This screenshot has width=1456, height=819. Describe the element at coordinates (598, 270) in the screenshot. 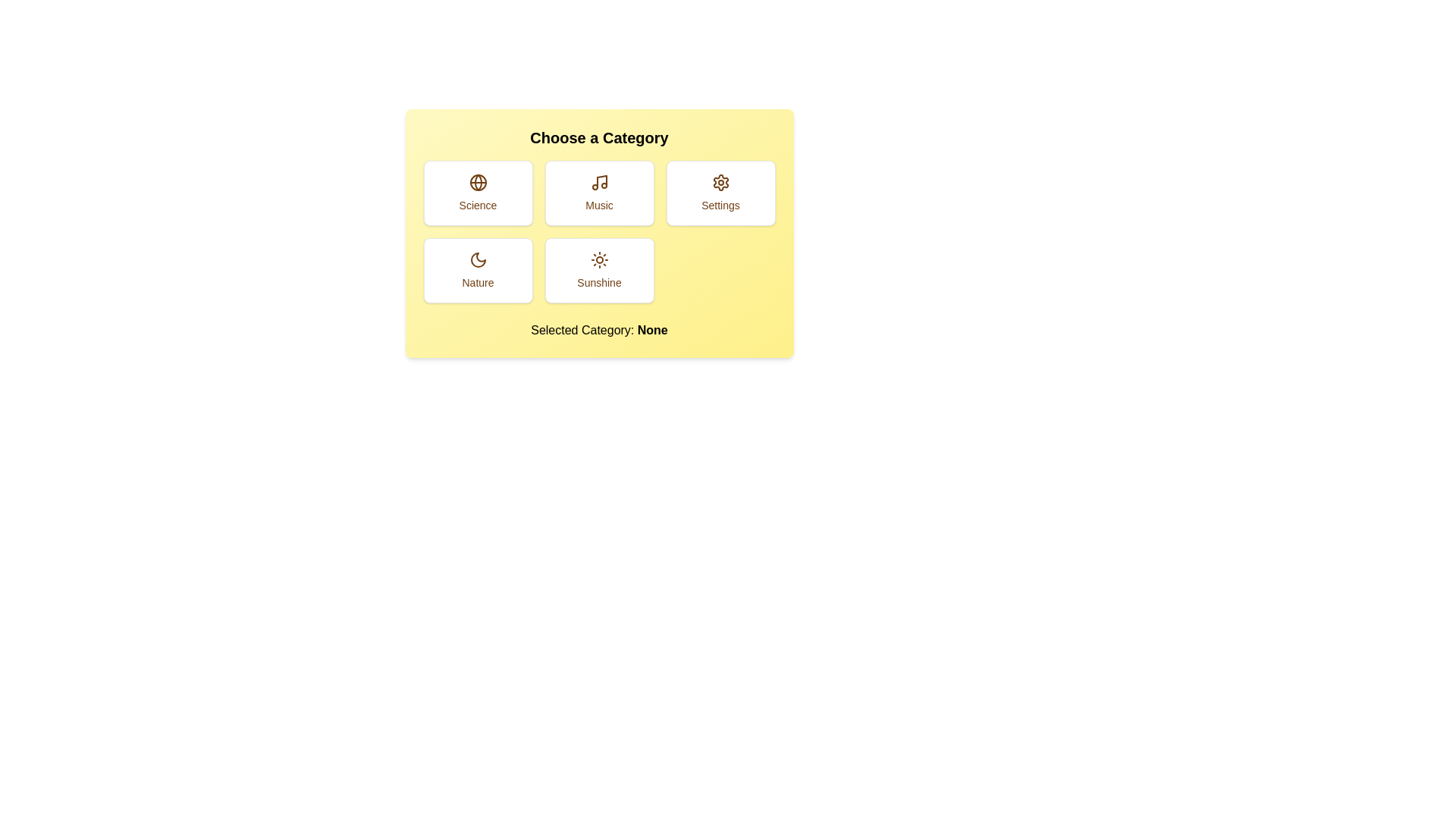

I see `the 'Sunshine' button, which is a rectangular component with a white background, rounded corners, and a sun icon, located in the bottom row of the grid structure` at that location.